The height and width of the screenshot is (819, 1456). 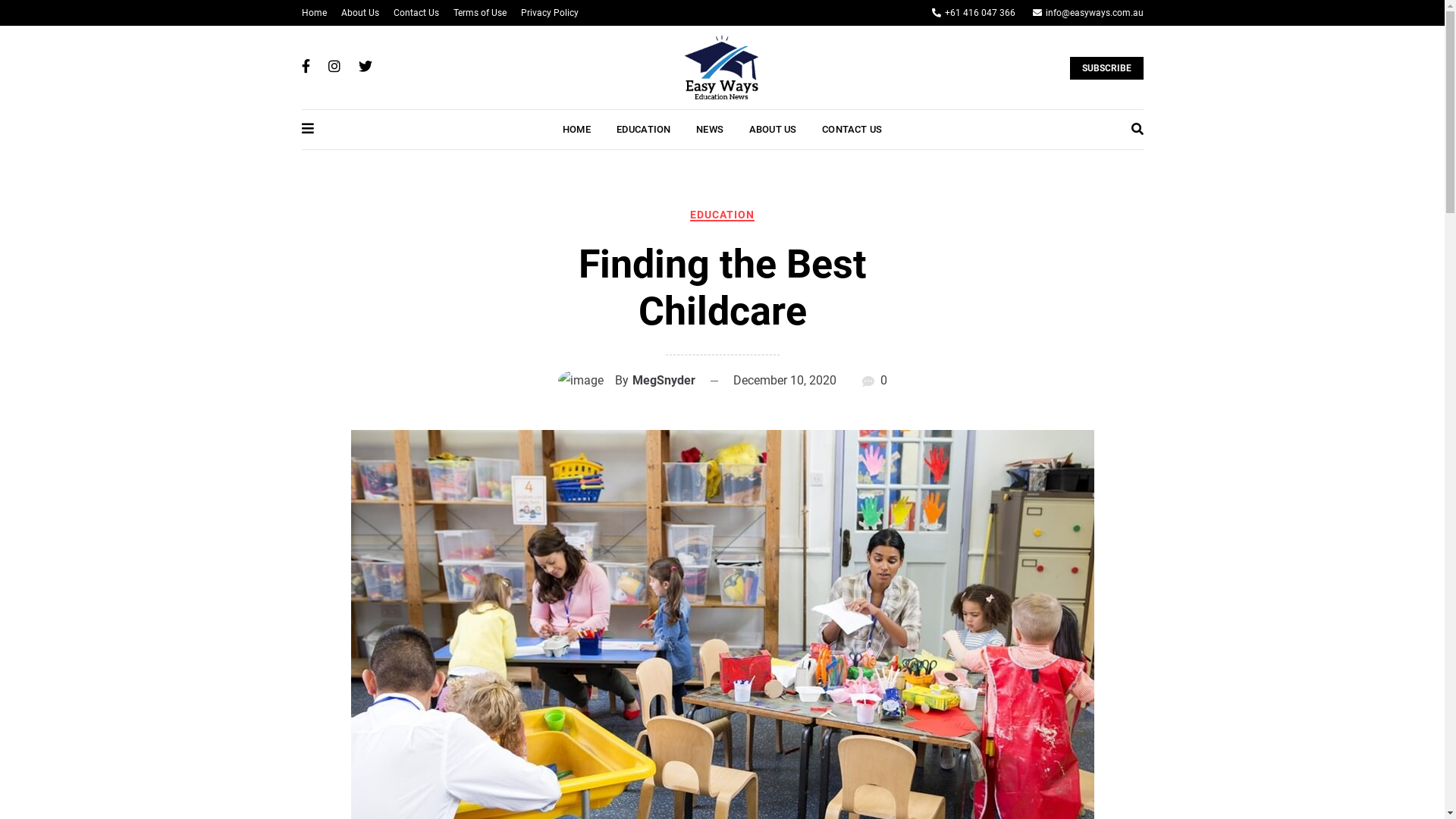 What do you see at coordinates (548, 12) in the screenshot?
I see `'Privacy Policy'` at bounding box center [548, 12].